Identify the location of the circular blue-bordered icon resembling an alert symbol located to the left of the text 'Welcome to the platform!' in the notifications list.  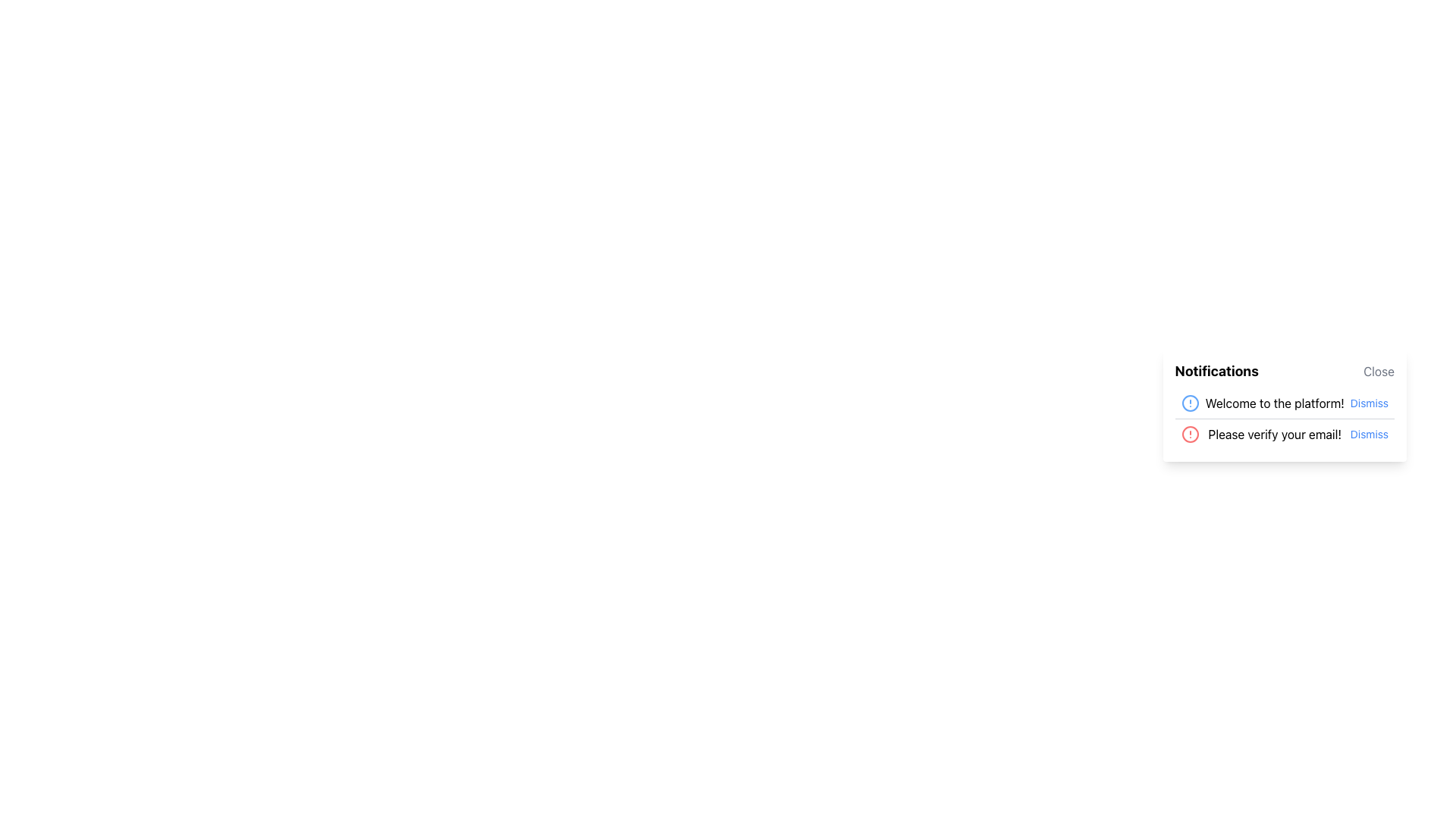
(1189, 403).